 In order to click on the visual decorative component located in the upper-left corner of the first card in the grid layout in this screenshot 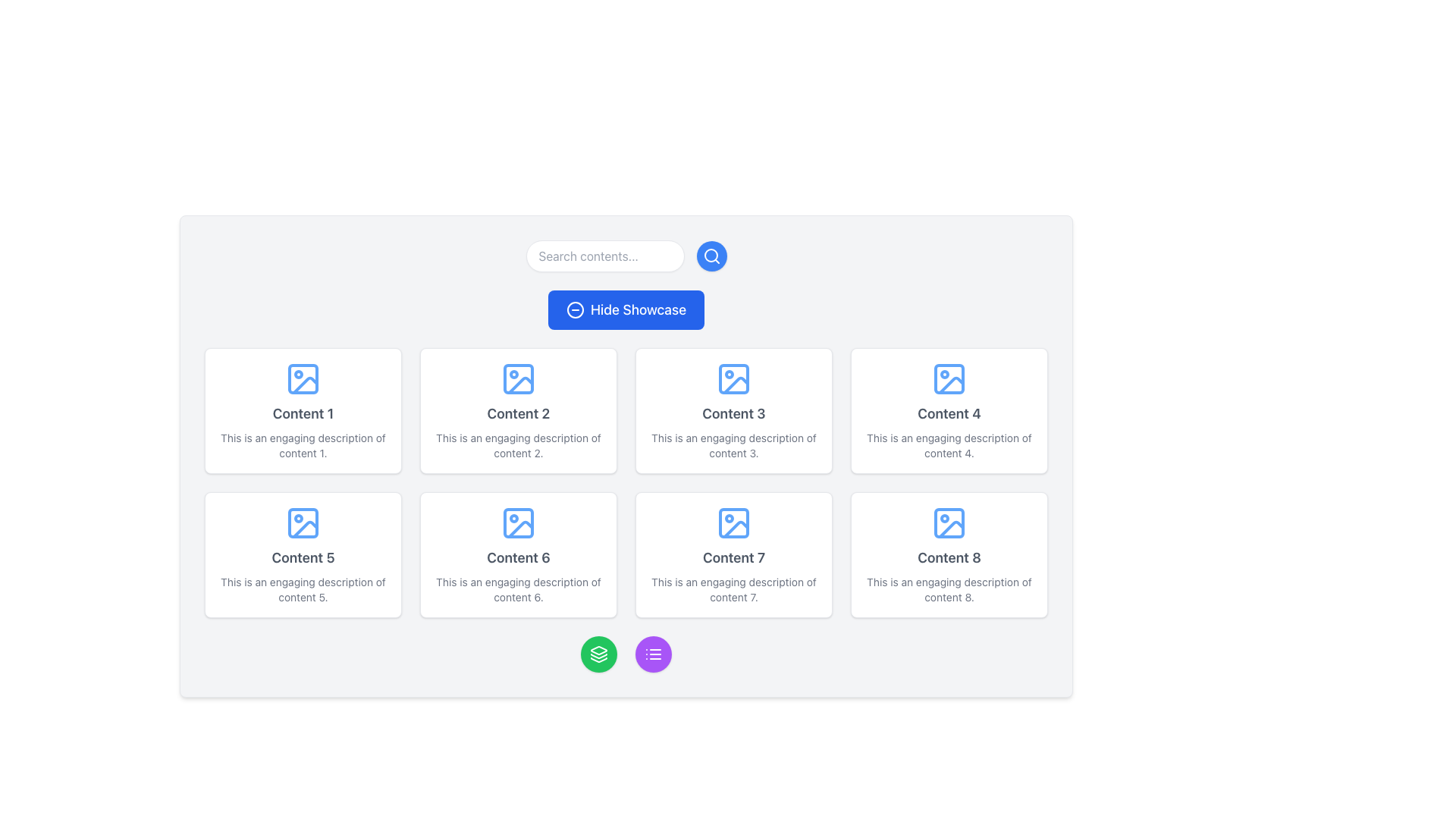, I will do `click(303, 378)`.